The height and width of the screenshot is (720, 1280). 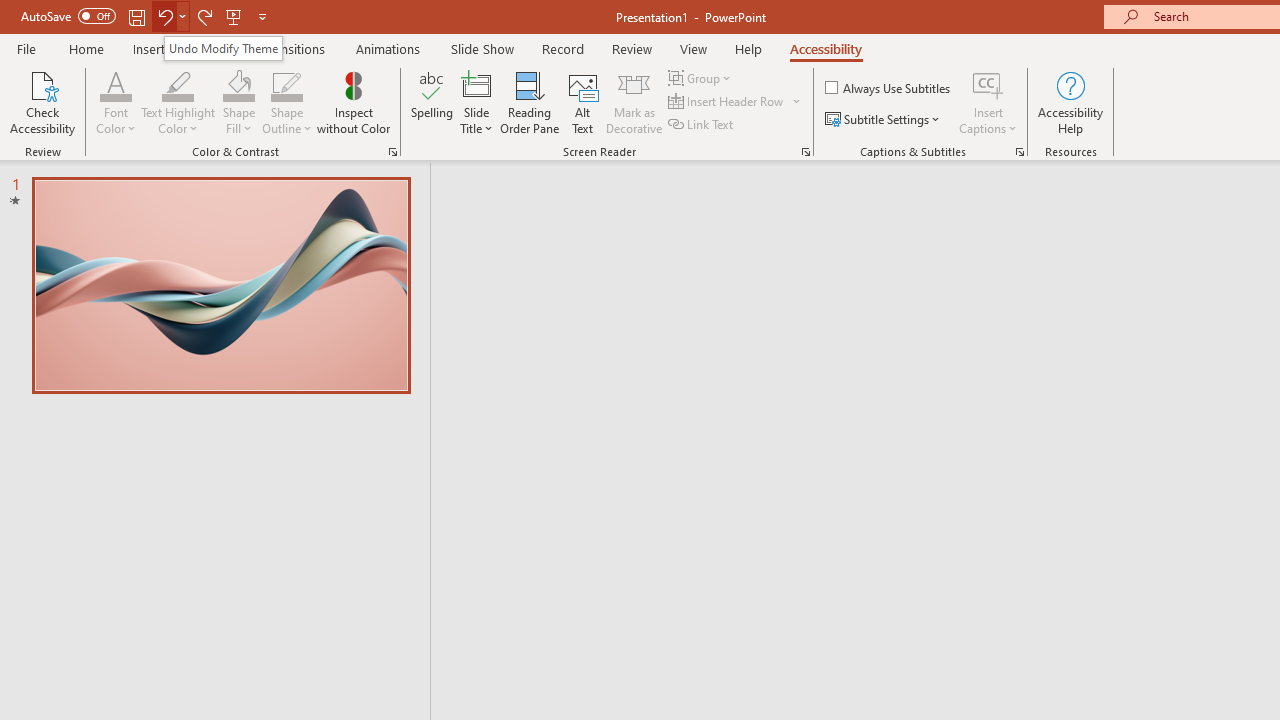 I want to click on 'Always Use Subtitles', so click(x=888, y=86).